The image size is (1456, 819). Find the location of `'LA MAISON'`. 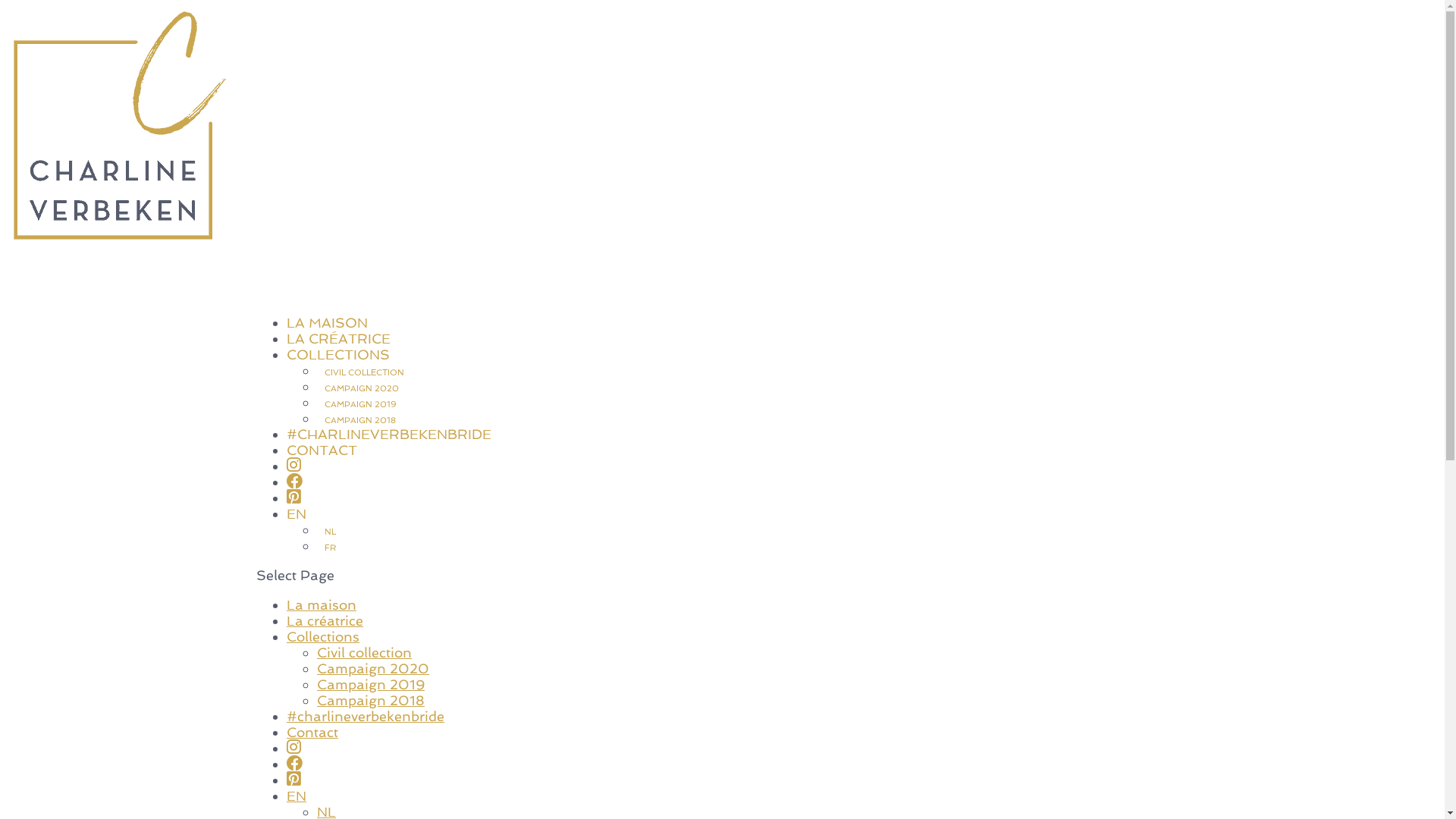

'LA MAISON' is located at coordinates (326, 349).